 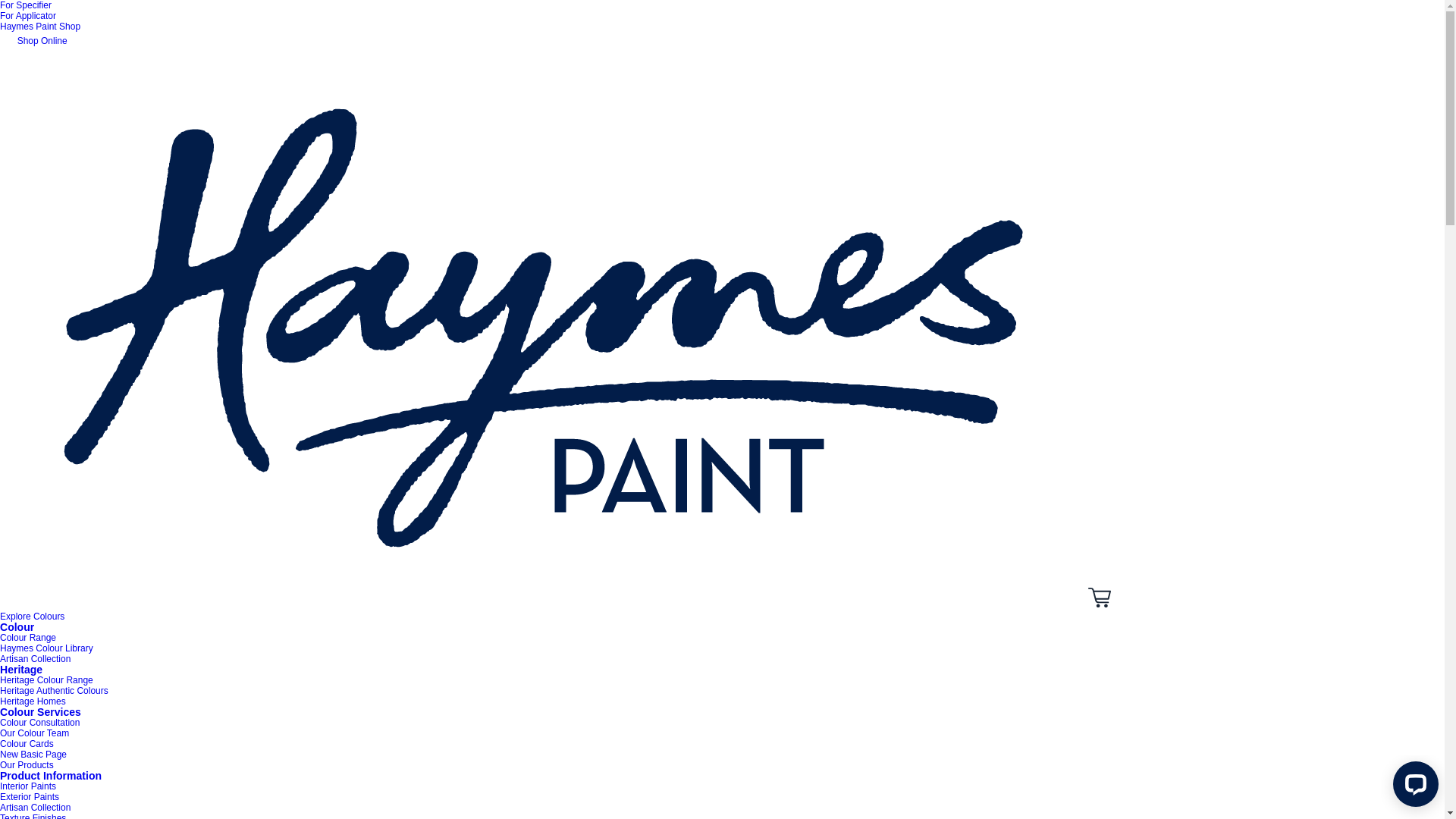 I want to click on 'Colour Services', so click(x=40, y=711).